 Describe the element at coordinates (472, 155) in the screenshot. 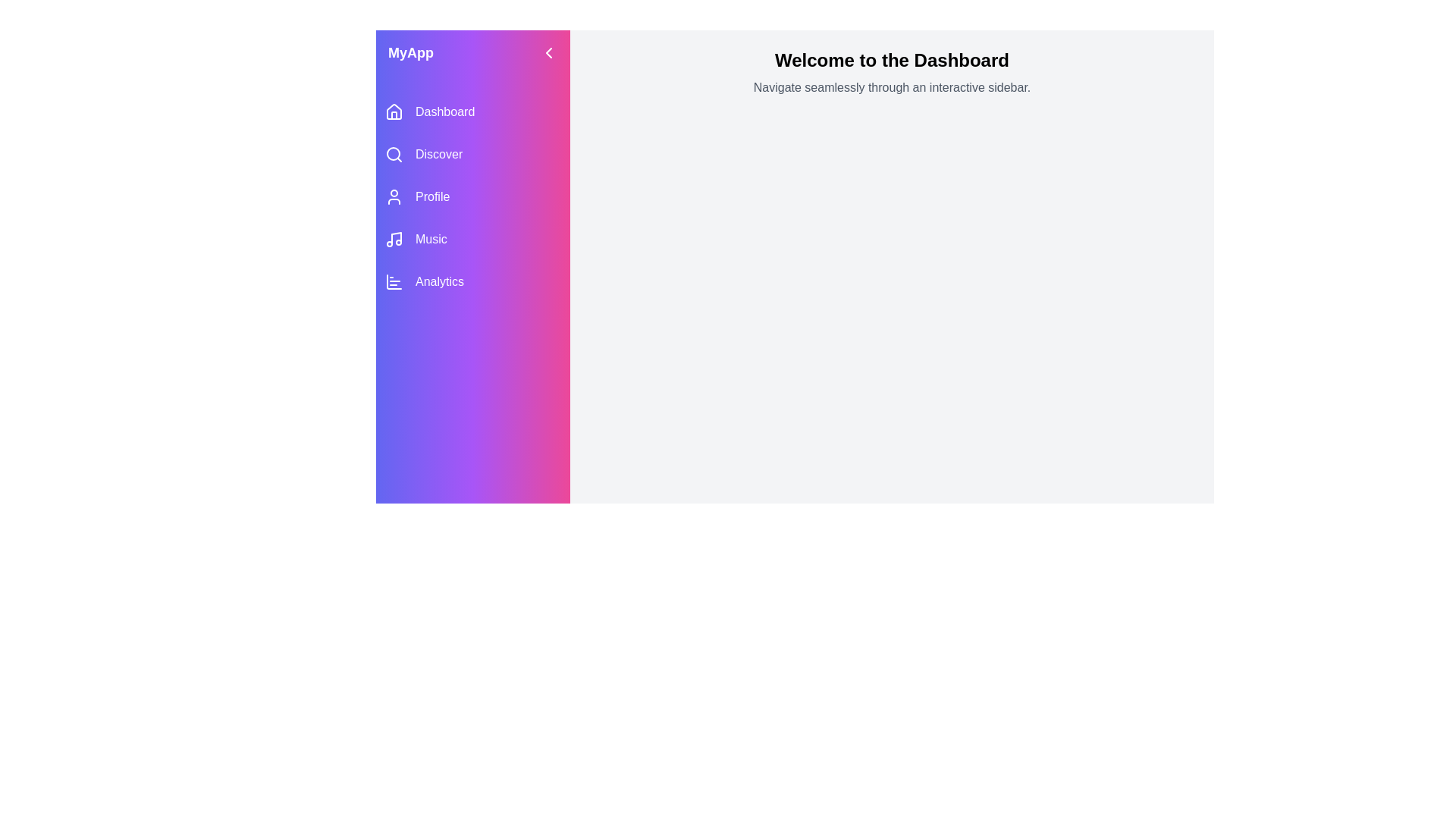

I see `the navigation item labeled Discover` at that location.